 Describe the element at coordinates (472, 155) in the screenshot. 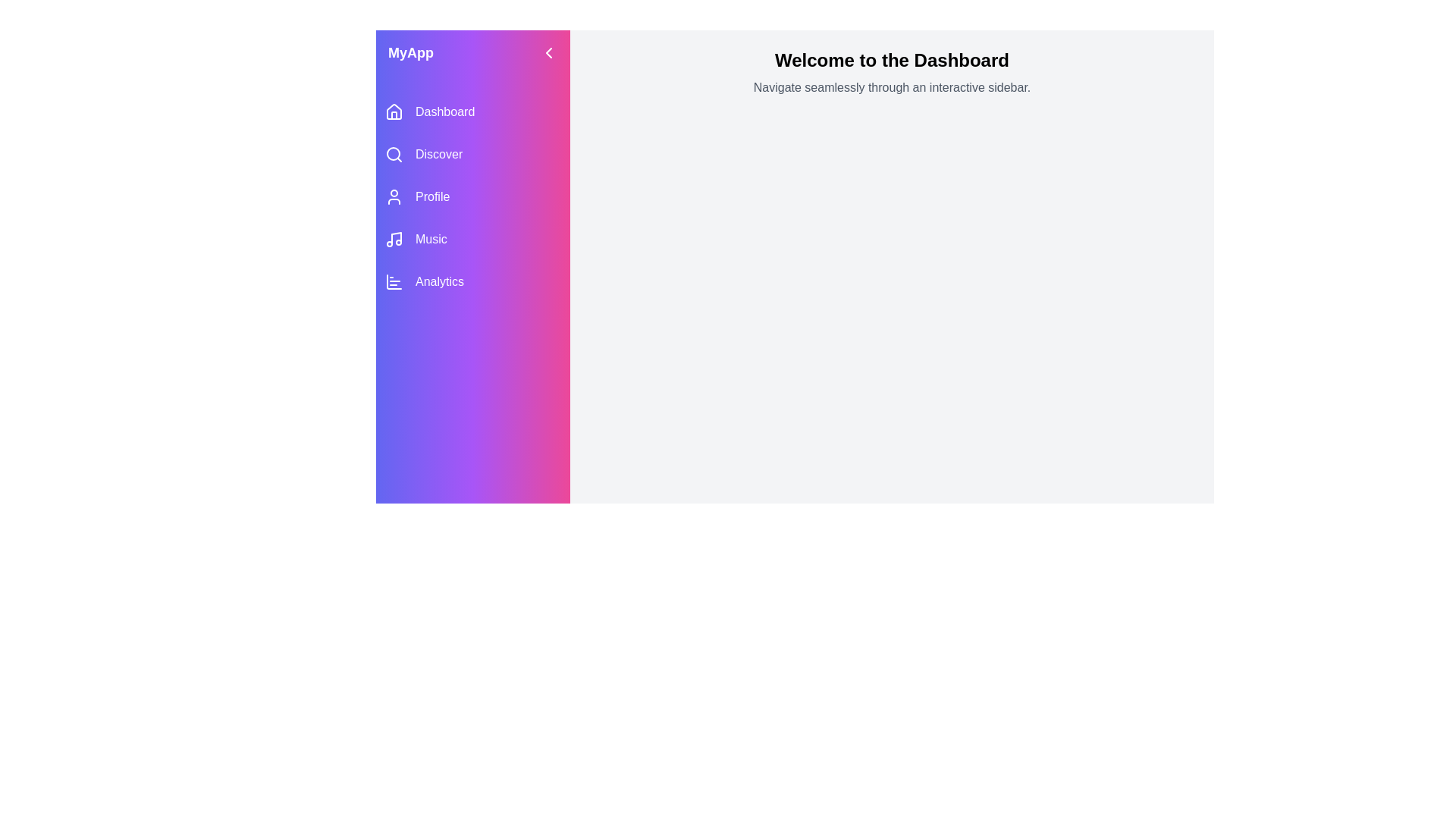

I see `the navigation item labeled Discover` at that location.